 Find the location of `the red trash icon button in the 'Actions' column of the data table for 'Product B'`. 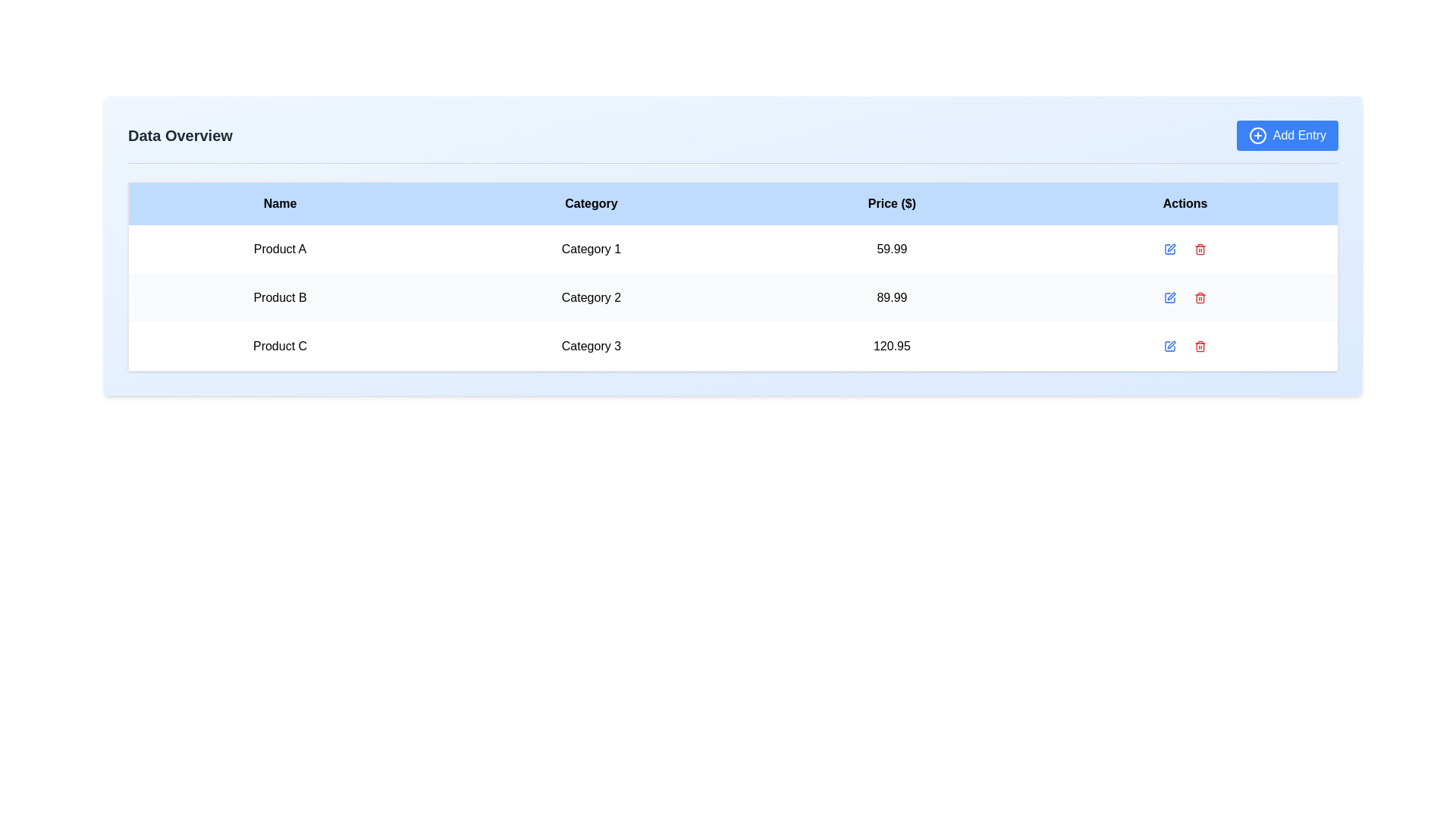

the red trash icon button in the 'Actions' column of the data table for 'Product B' is located at coordinates (1200, 298).